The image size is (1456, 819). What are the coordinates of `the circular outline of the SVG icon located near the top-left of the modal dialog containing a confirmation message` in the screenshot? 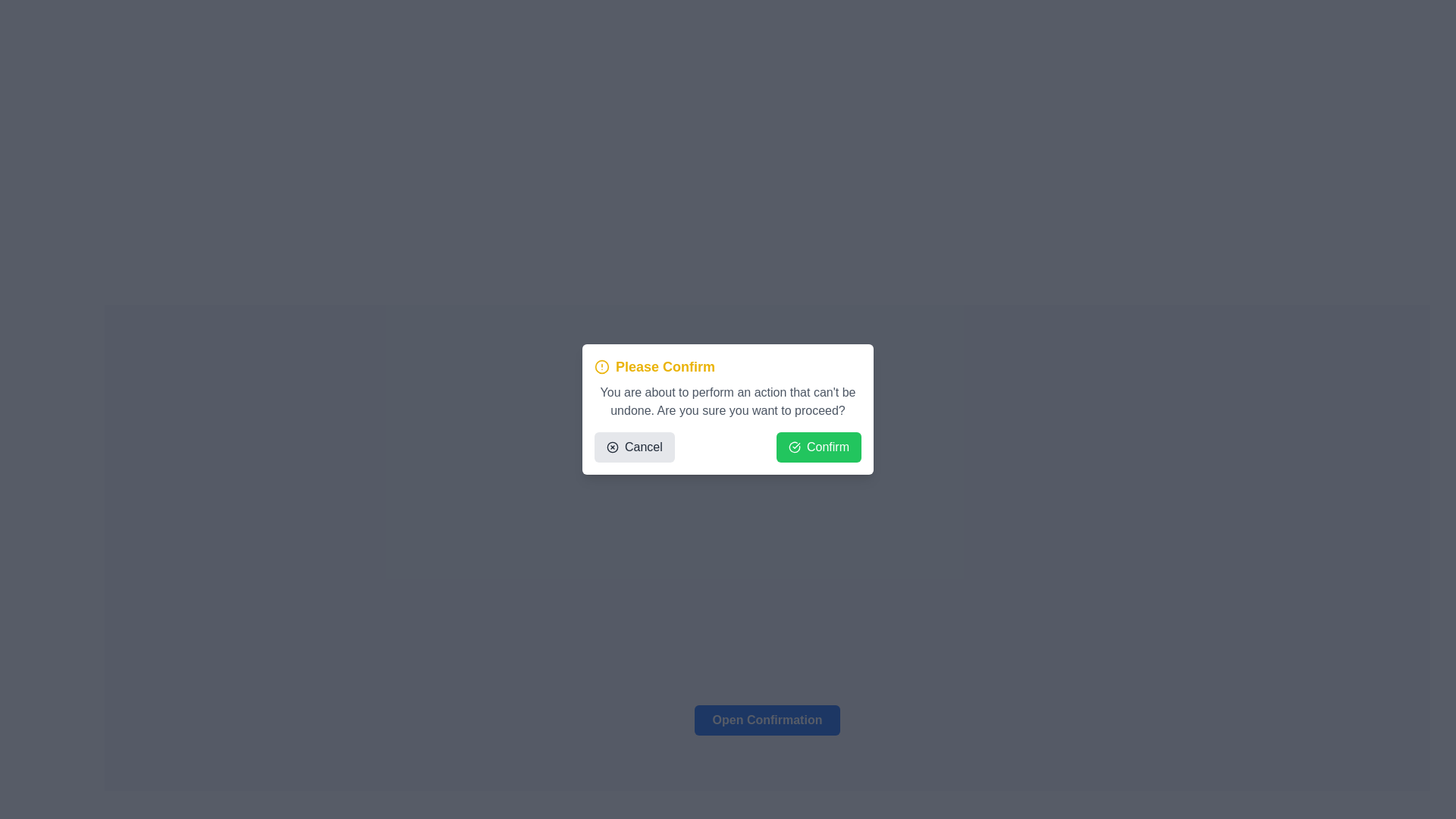 It's located at (612, 447).